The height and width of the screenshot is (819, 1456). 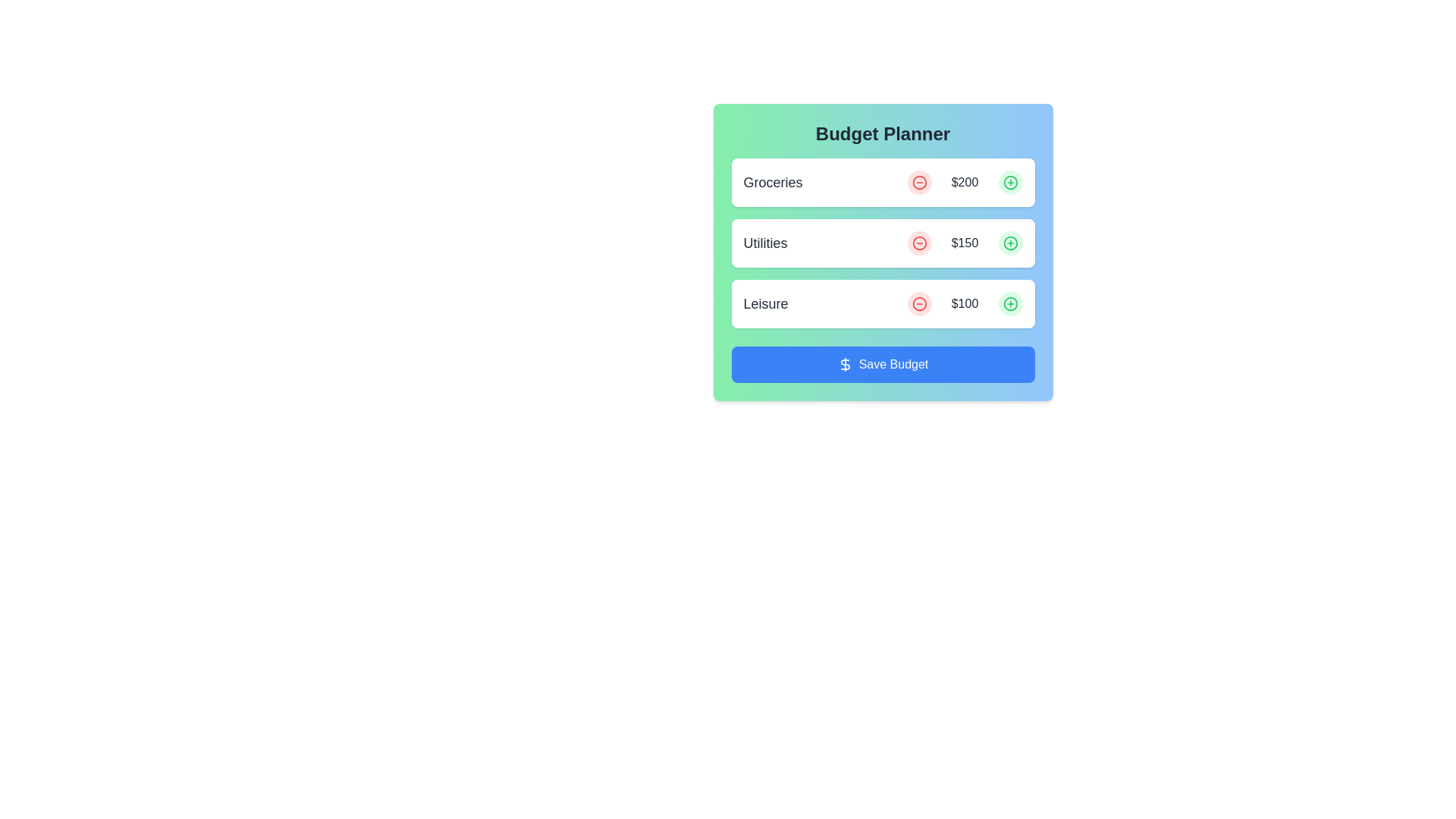 What do you see at coordinates (964, 304) in the screenshot?
I see `the numeric dollar amount ('$100') text label in bold, located in the third row under 'Leisure' in the 'Budget Planner' section, situated between the decrement and increment buttons` at bounding box center [964, 304].